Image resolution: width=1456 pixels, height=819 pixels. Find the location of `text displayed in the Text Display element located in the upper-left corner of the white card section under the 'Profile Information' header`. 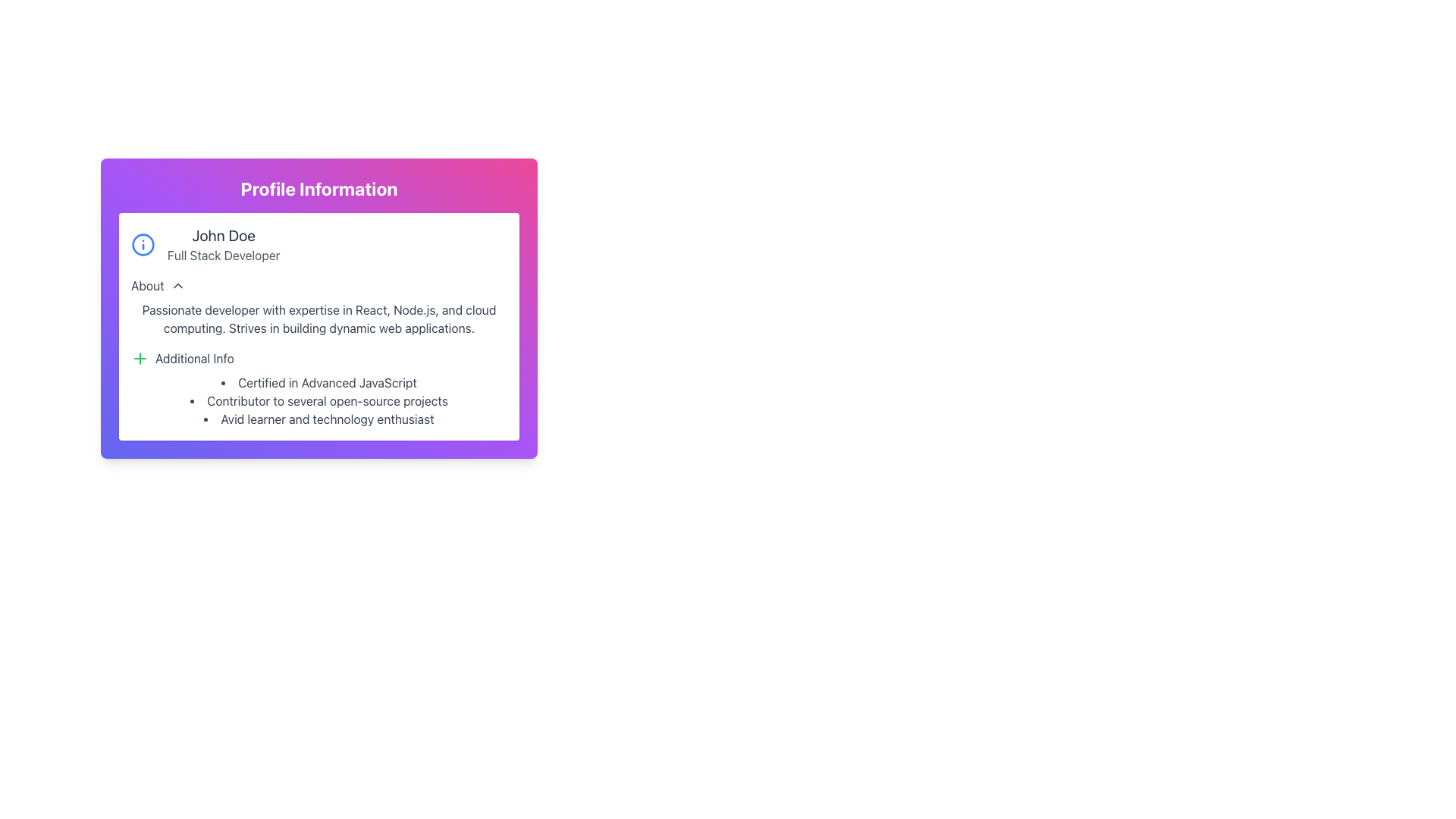

text displayed in the Text Display element located in the upper-left corner of the white card section under the 'Profile Information' header is located at coordinates (223, 244).